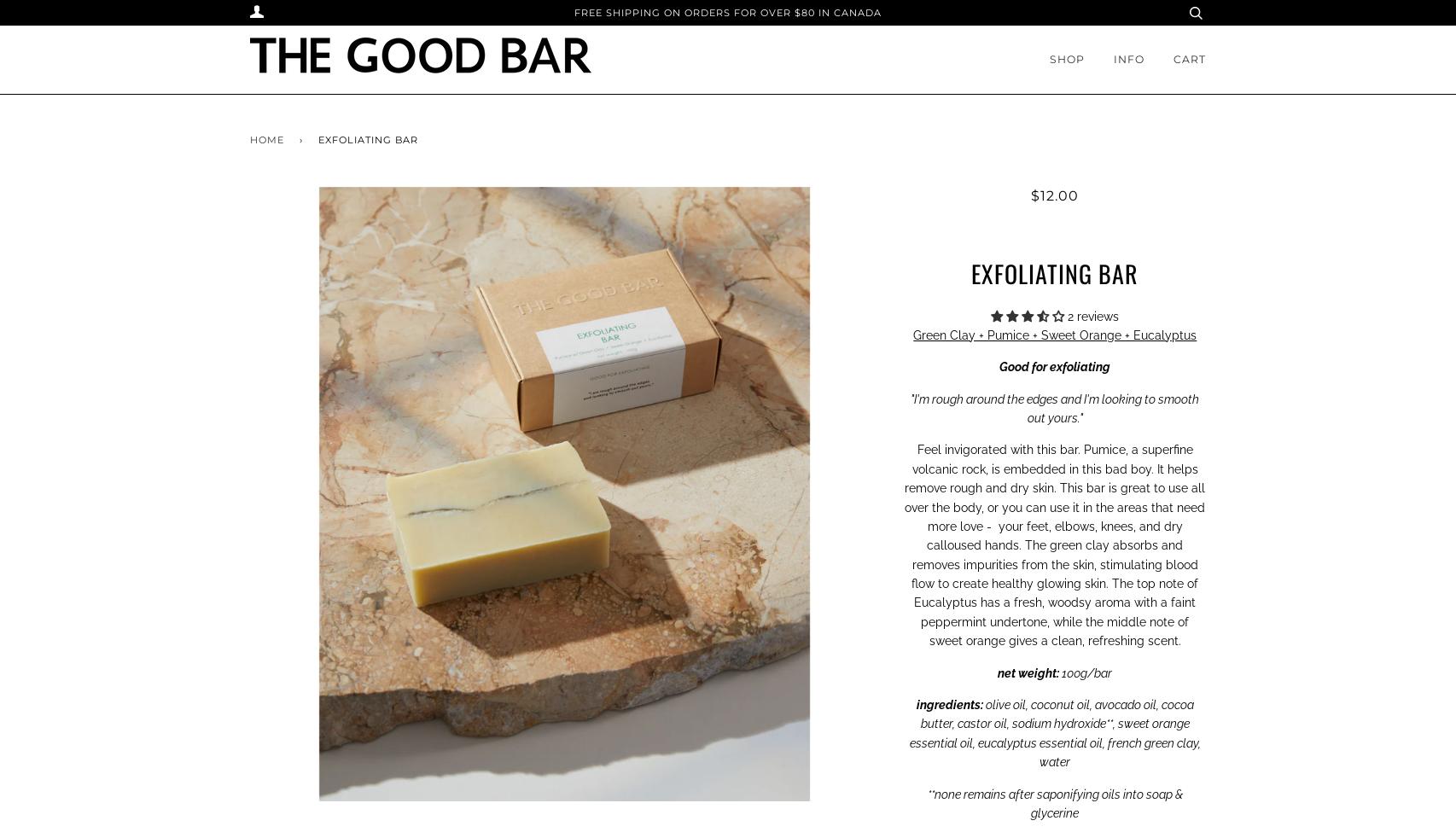 Image resolution: width=1456 pixels, height=838 pixels. What do you see at coordinates (909, 733) in the screenshot?
I see `'coconut oil, avocado oil, cocoa butter, castor oil, sodium hydroxide**, sweet orange essential oil, eucalyptus essential oil, french green clay, water'` at bounding box center [909, 733].